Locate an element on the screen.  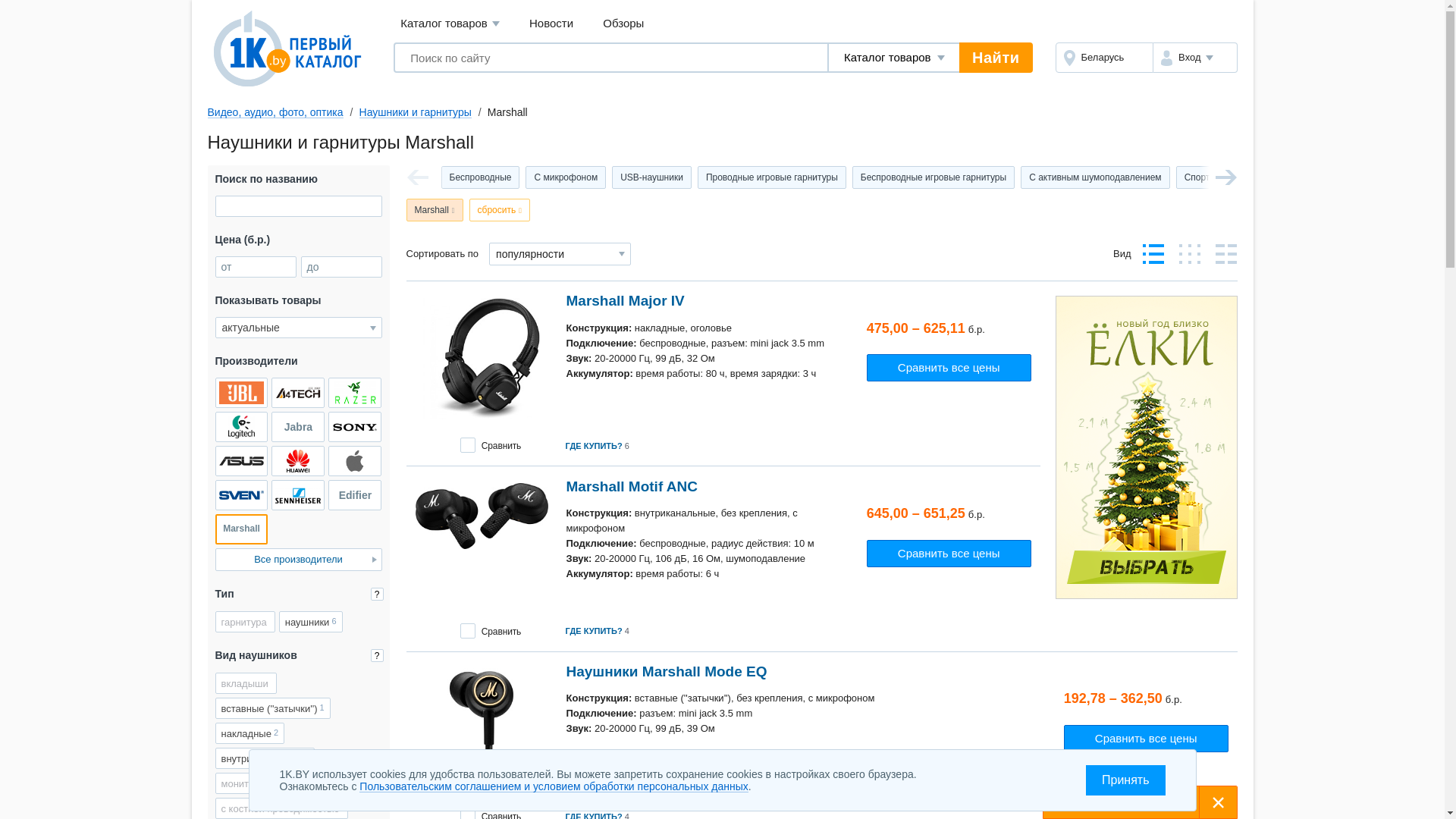
'Marshall' is located at coordinates (240, 529).